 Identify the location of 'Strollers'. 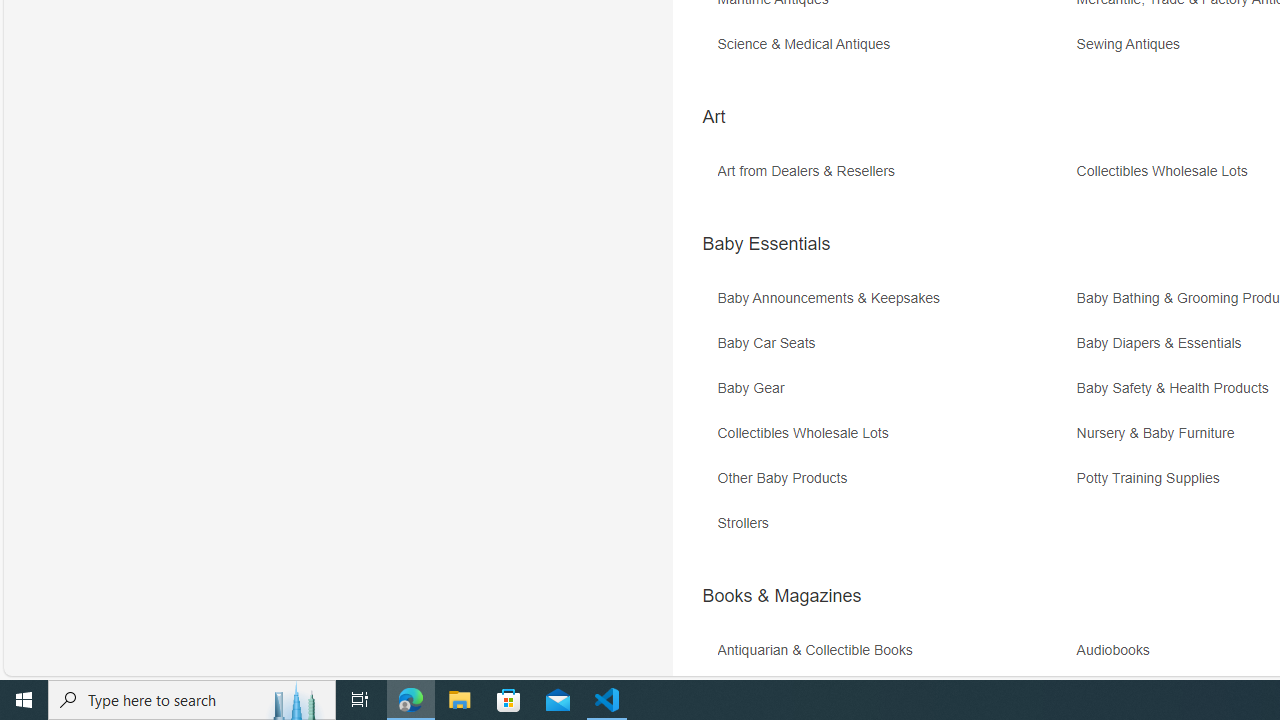
(893, 529).